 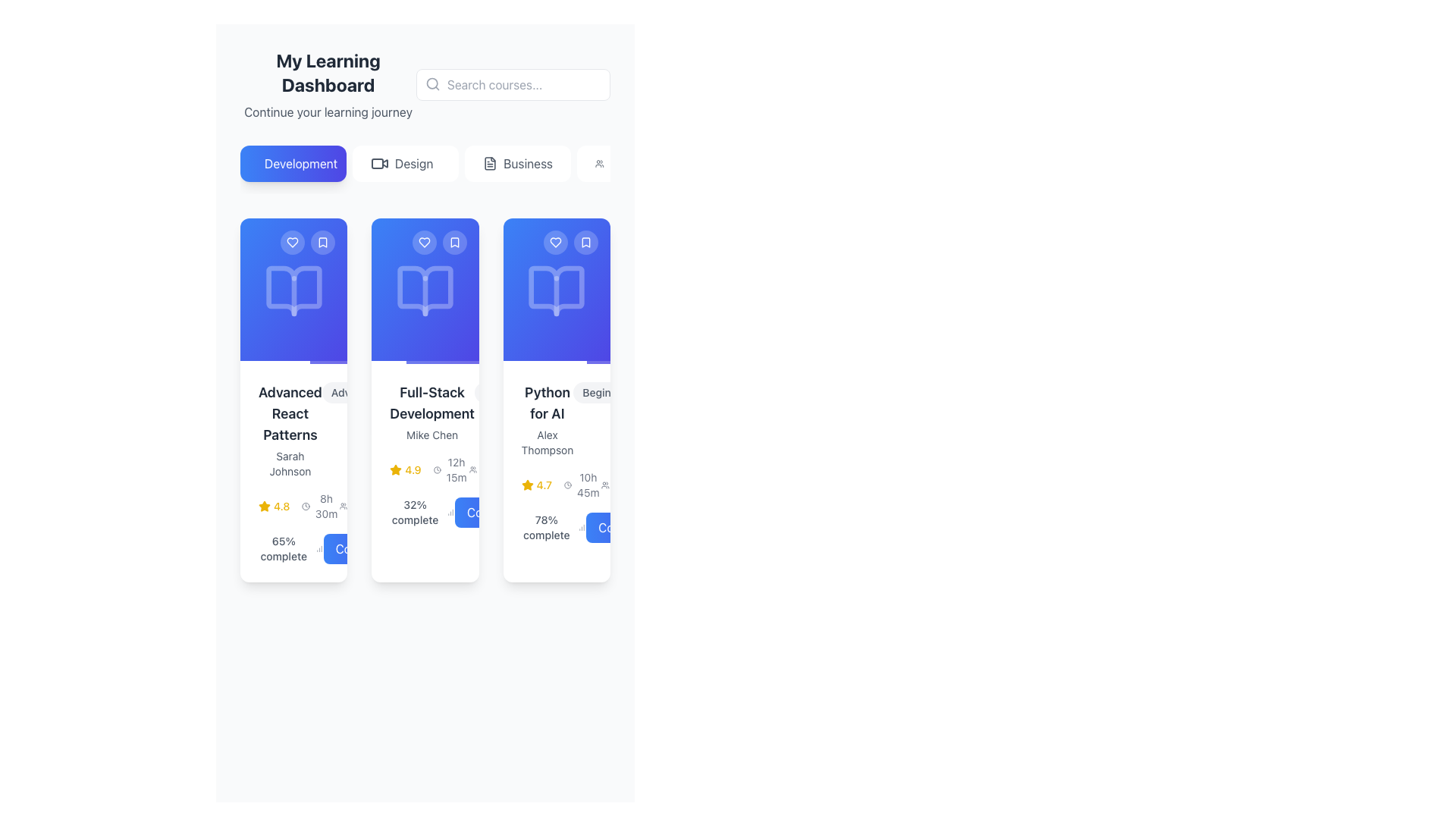 I want to click on text value of the Rating indicator located within the 'Full-Stack Development' card, which is positioned directly below the course title, so click(x=405, y=469).